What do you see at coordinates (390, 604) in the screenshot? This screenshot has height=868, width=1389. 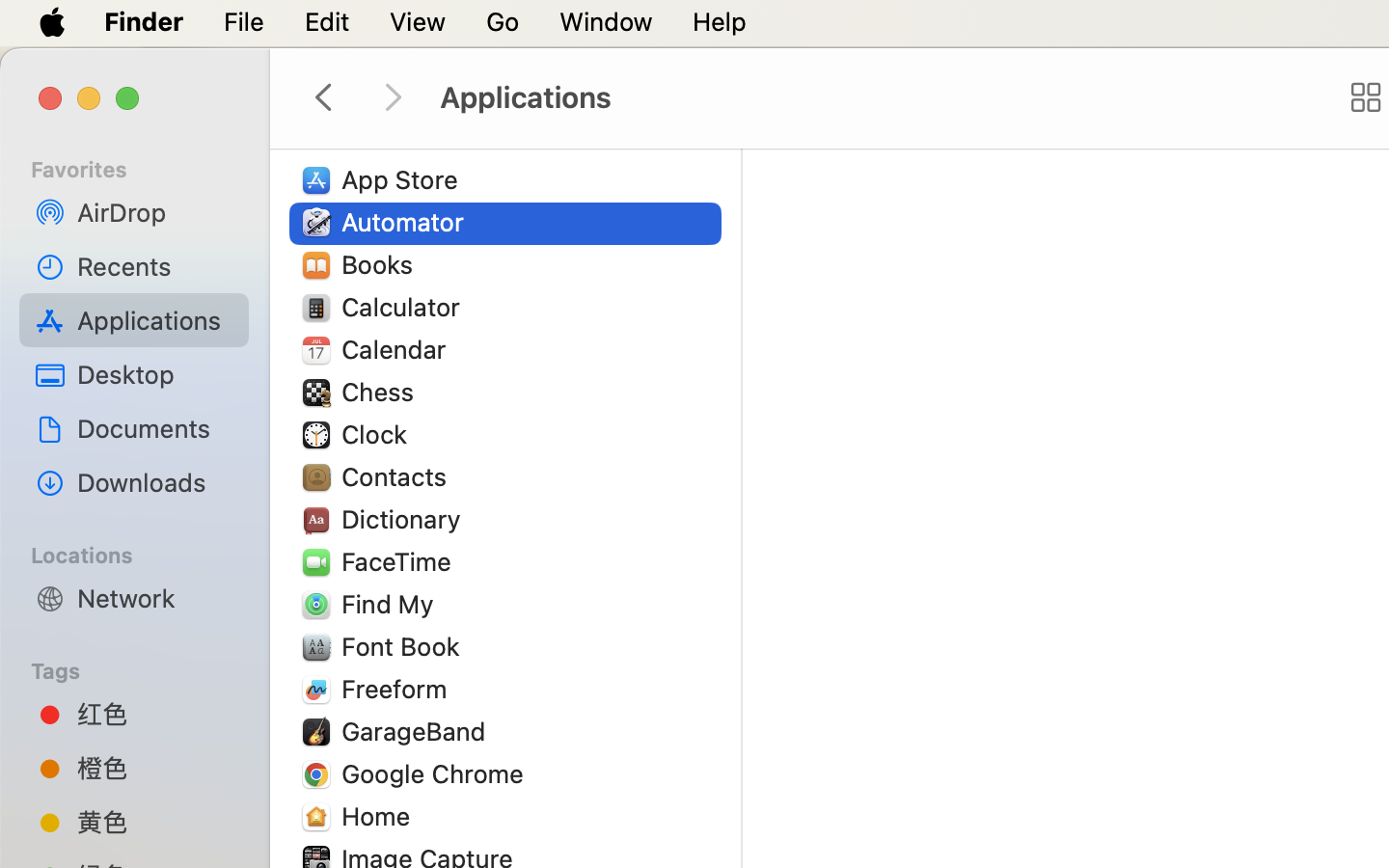 I see `'Find My'` at bounding box center [390, 604].